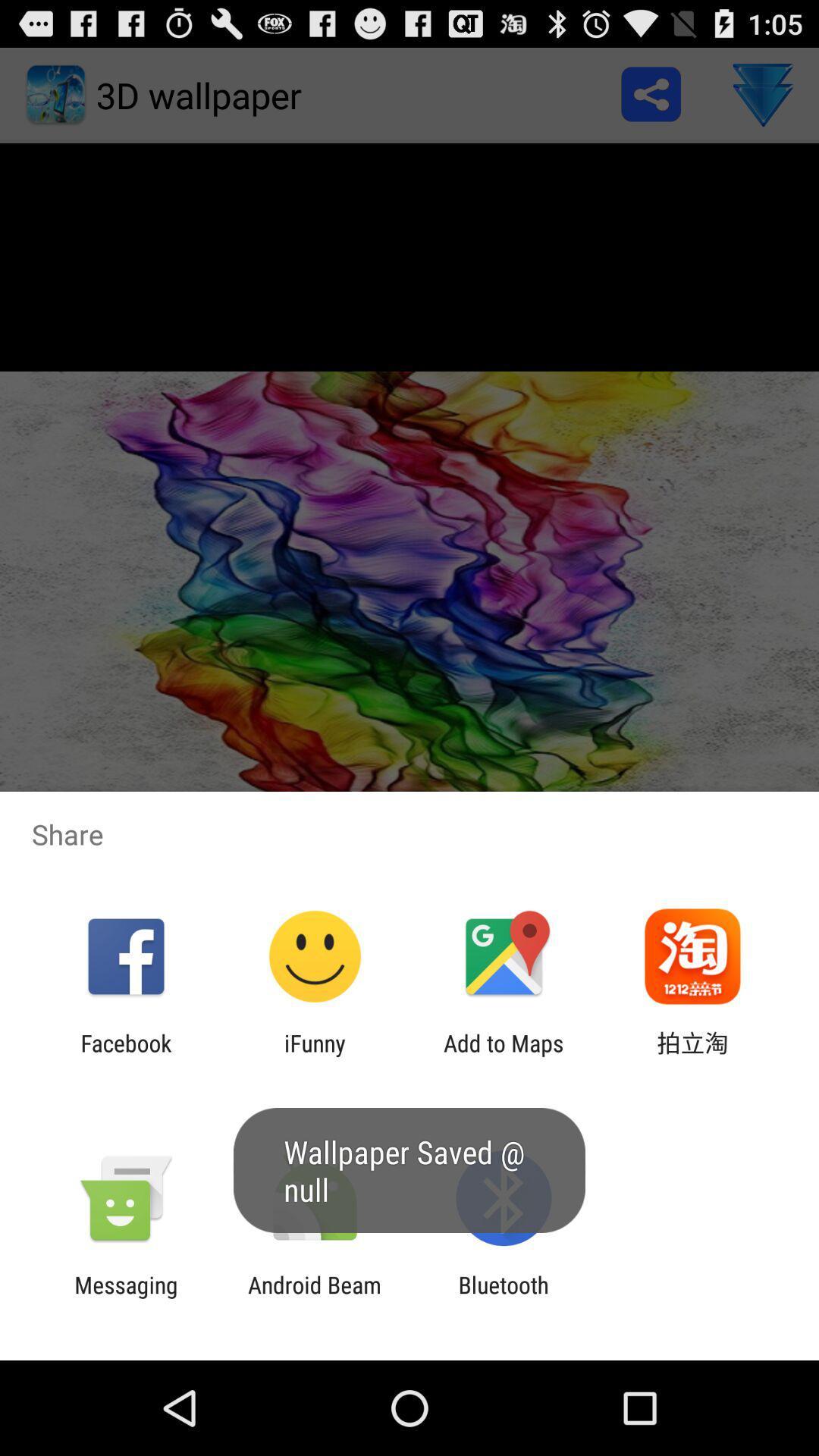  I want to click on app to the right of the facebook app, so click(314, 1056).